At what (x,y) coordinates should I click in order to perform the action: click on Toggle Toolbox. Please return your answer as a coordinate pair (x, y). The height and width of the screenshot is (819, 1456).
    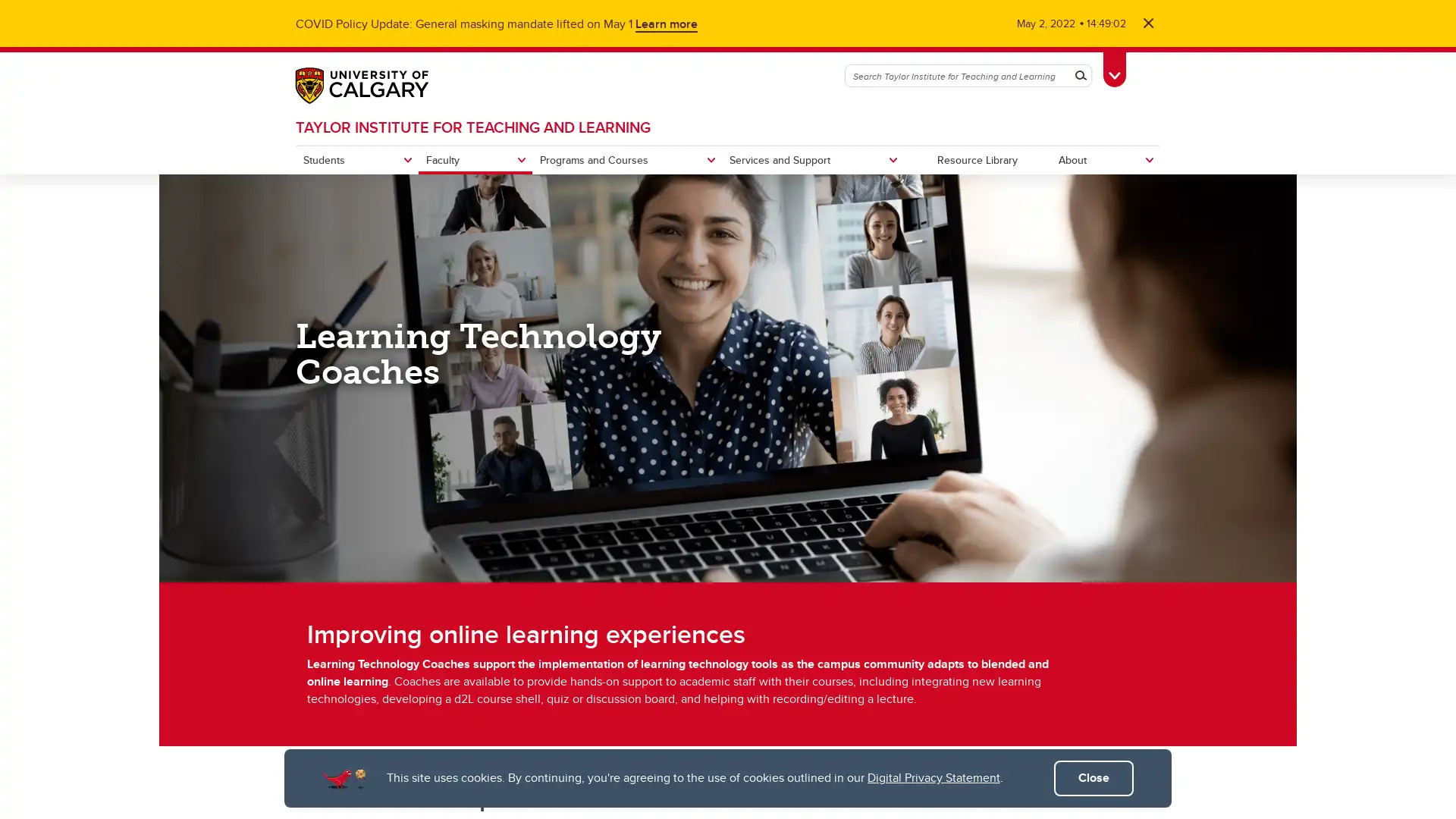
    Looking at the image, I should click on (1114, 66).